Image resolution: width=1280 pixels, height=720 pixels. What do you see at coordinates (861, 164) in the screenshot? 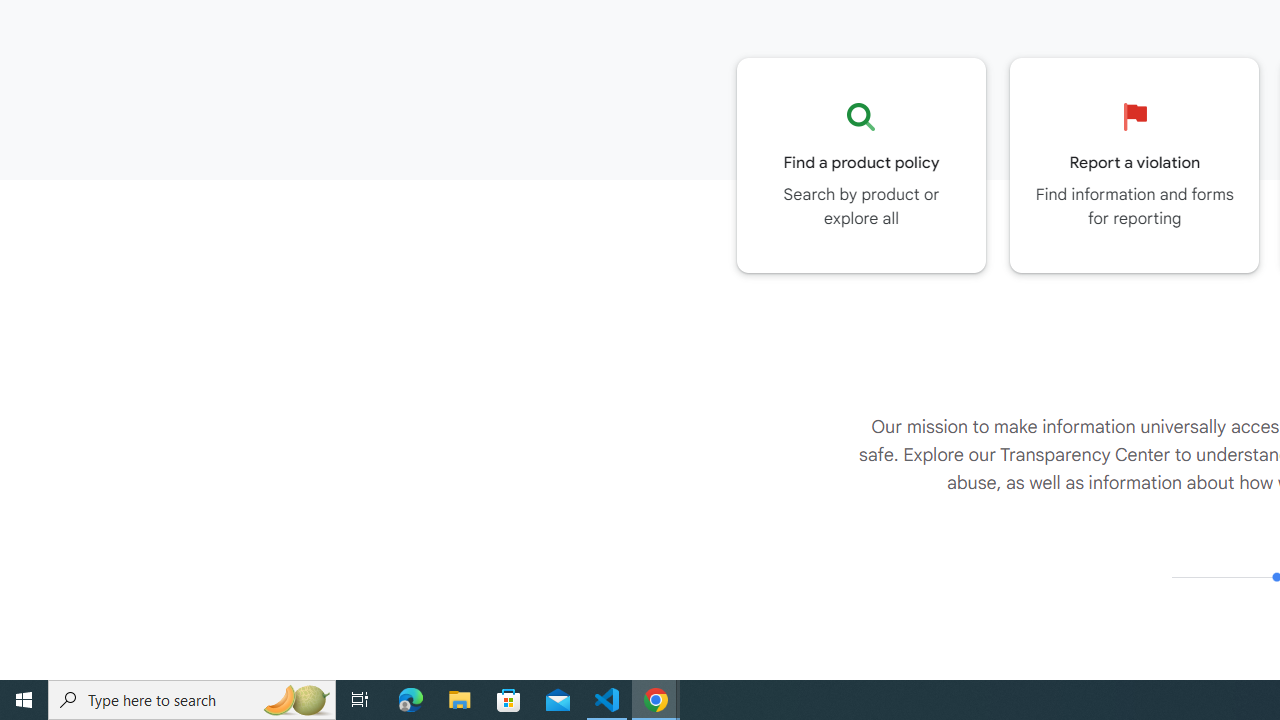
I see `'Go to the Product policy page'` at bounding box center [861, 164].